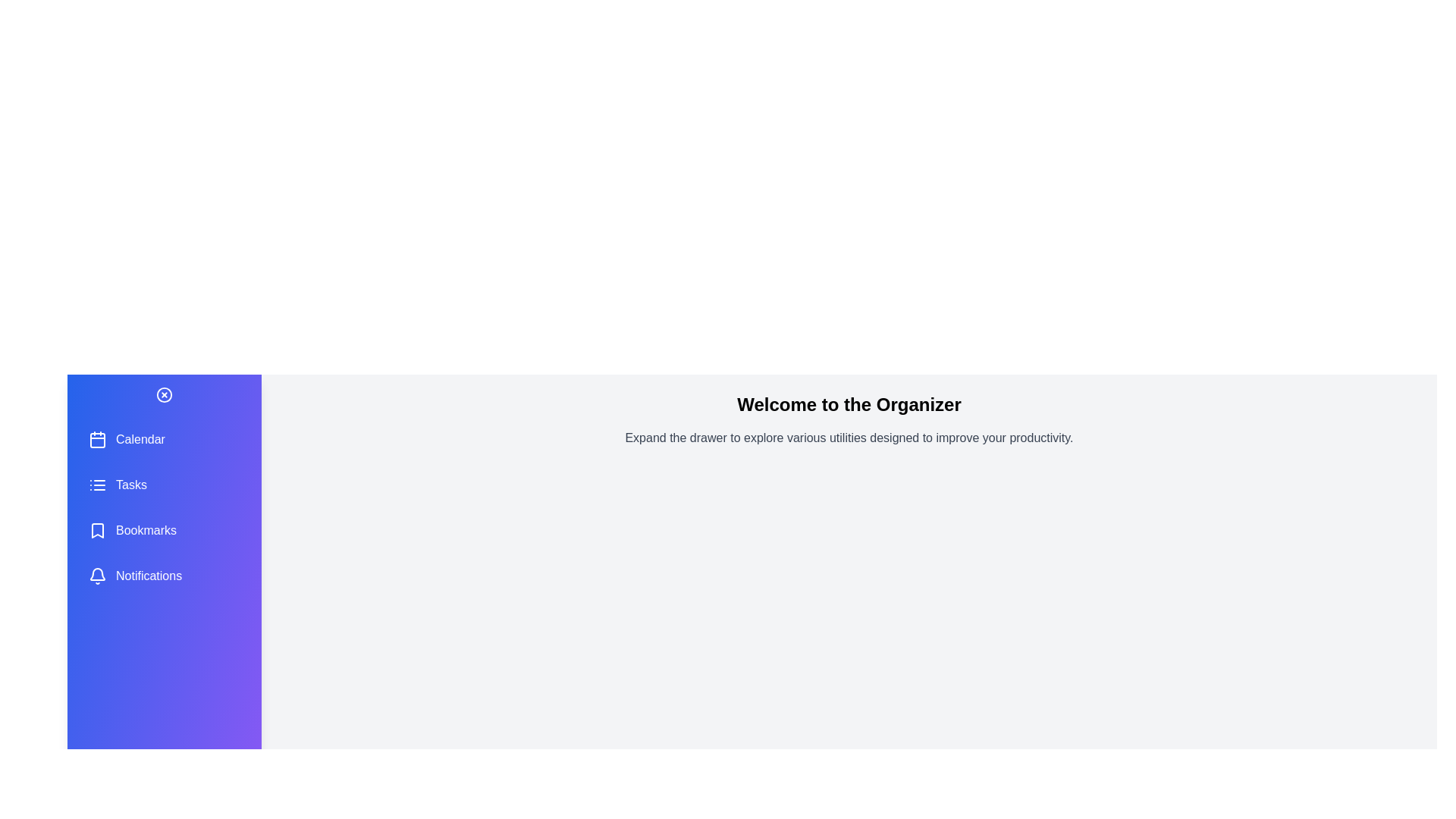 Image resolution: width=1456 pixels, height=819 pixels. What do you see at coordinates (97, 529) in the screenshot?
I see `the Bookmarks icon in the drawer` at bounding box center [97, 529].